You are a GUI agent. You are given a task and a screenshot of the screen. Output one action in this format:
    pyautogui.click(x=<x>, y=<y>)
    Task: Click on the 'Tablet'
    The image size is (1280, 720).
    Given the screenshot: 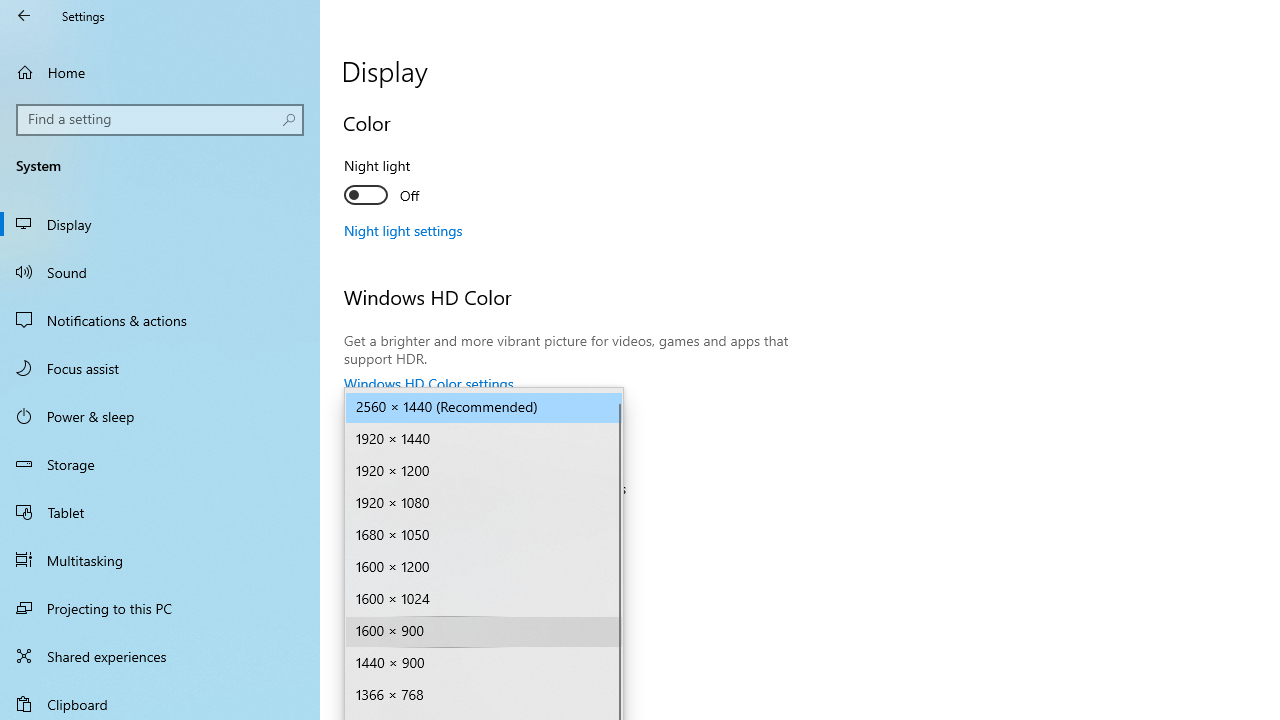 What is the action you would take?
    pyautogui.click(x=160, y=510)
    